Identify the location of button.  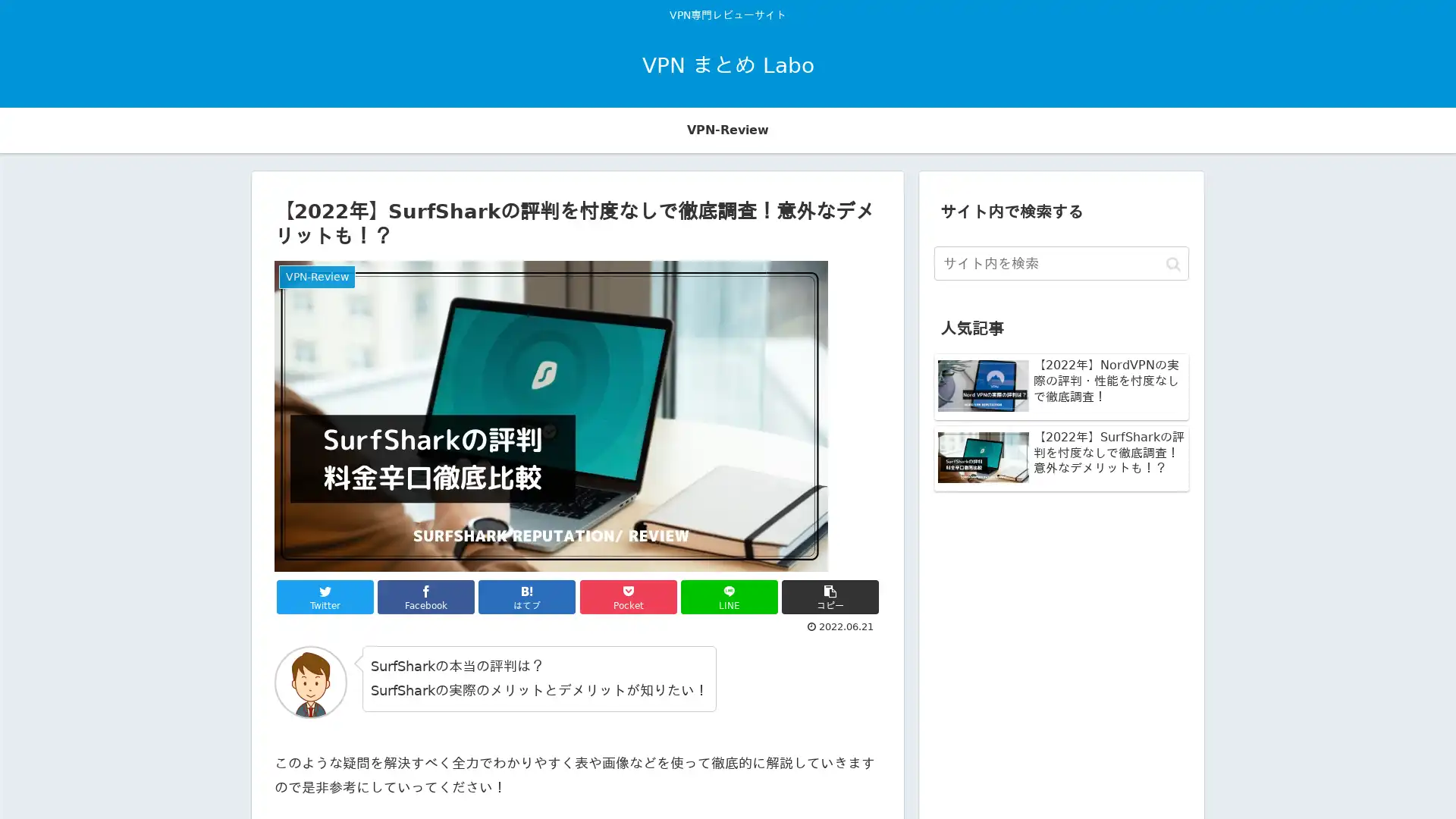
(1172, 262).